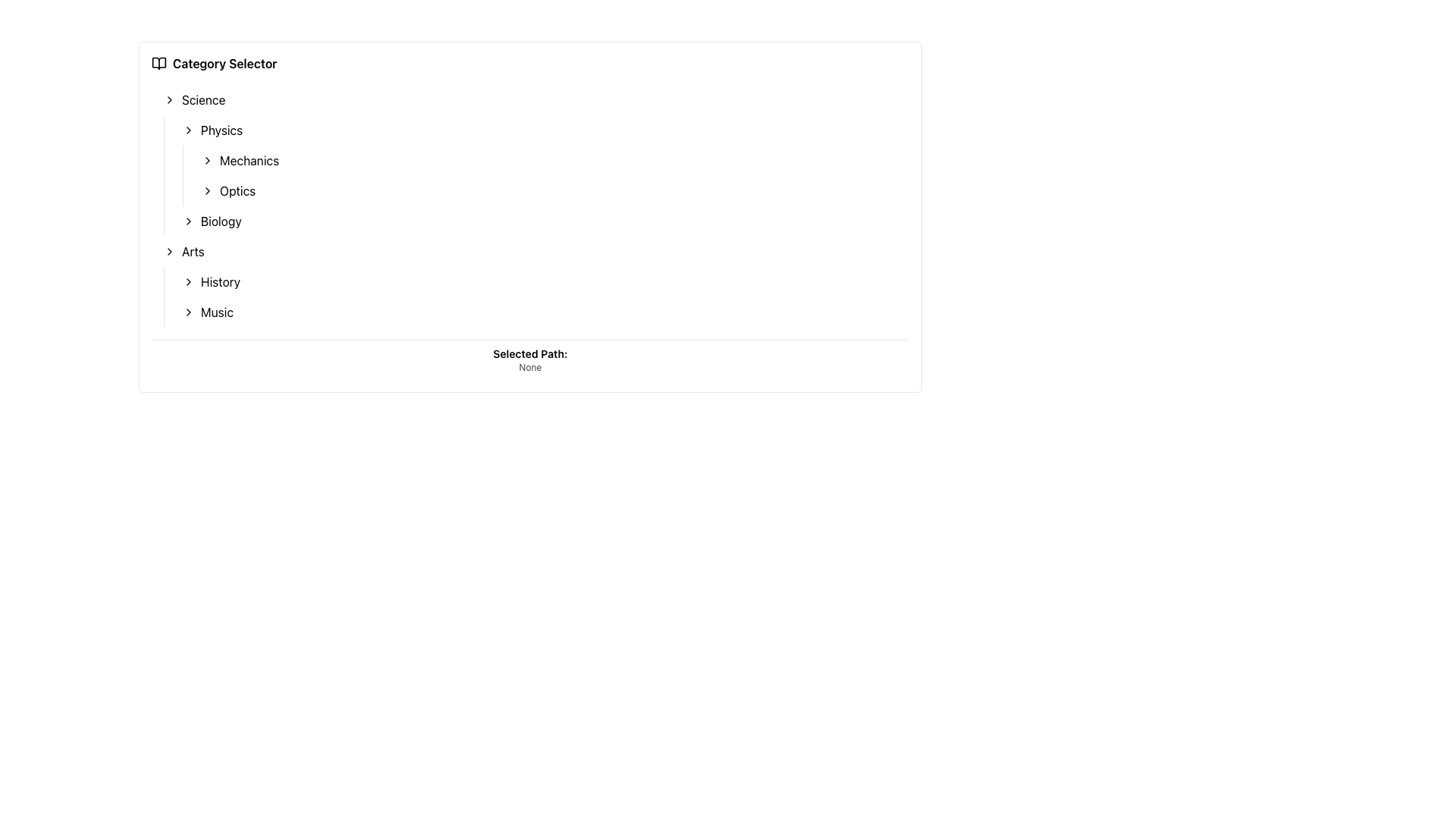 The width and height of the screenshot is (1456, 819). I want to click on the 'History' text label which is visually grouped under the 'Arts' category in the hierarchical list interface, so click(220, 281).